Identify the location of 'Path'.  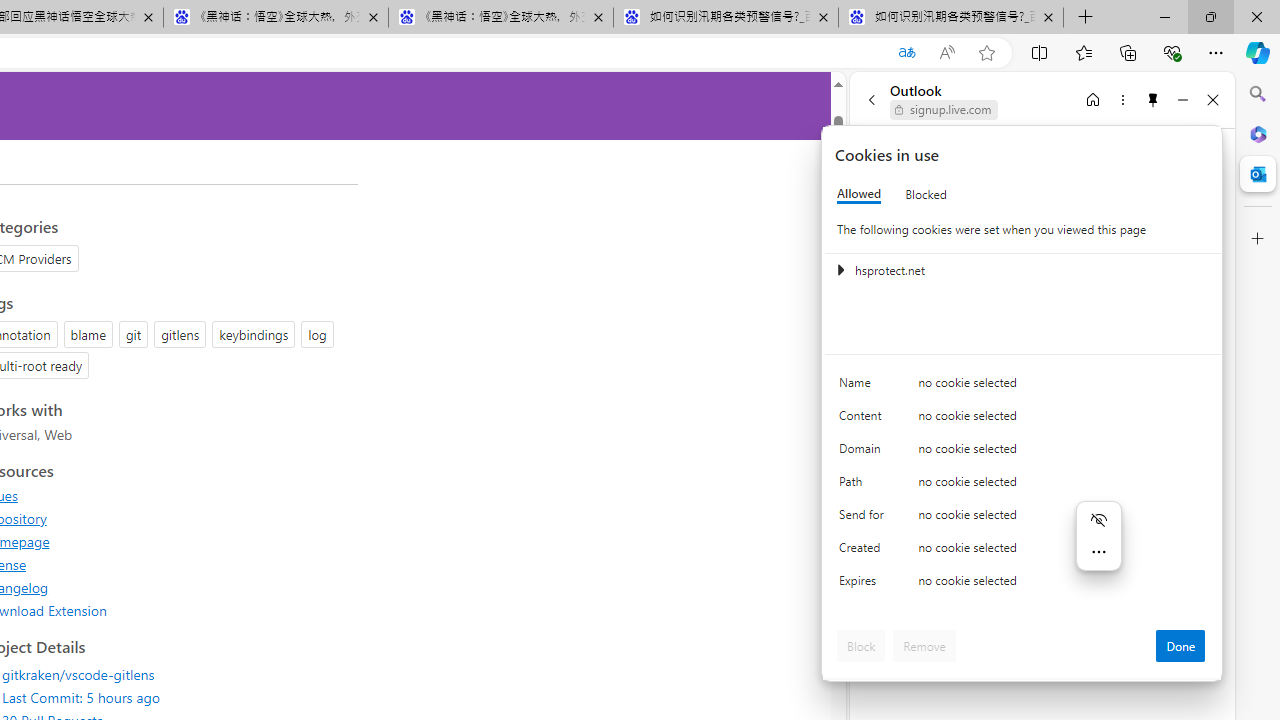
(865, 486).